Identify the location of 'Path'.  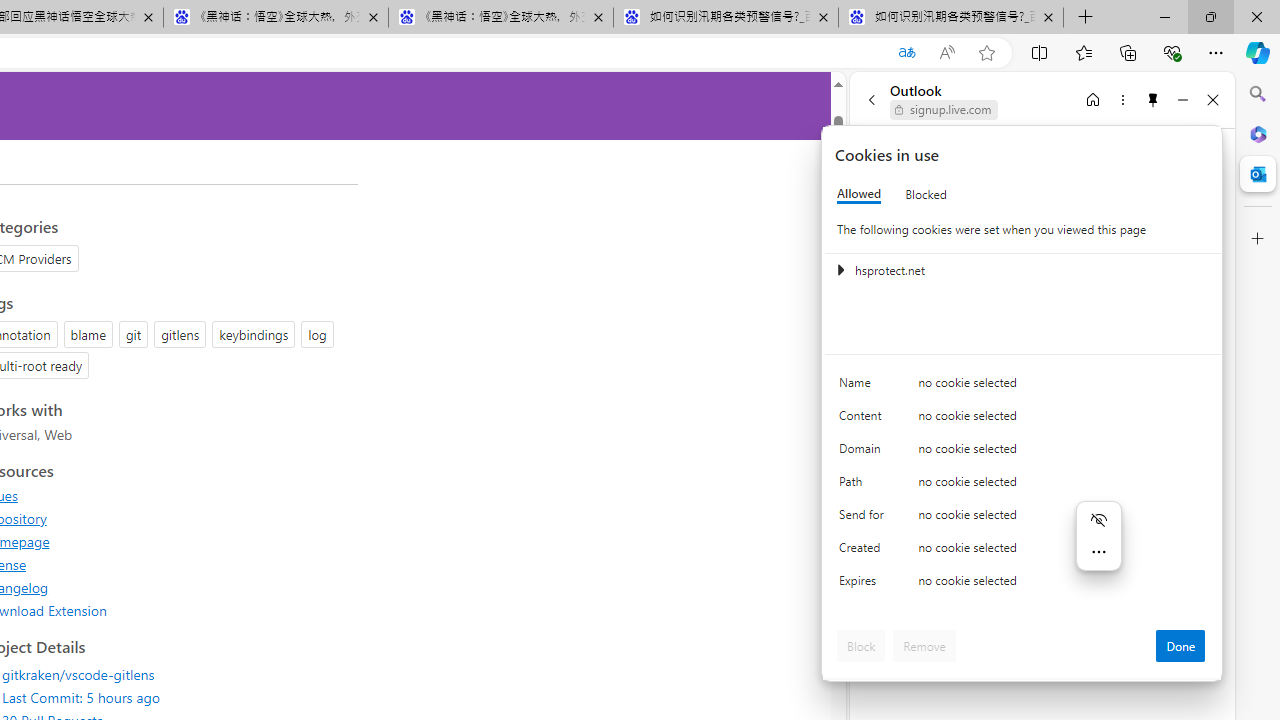
(865, 486).